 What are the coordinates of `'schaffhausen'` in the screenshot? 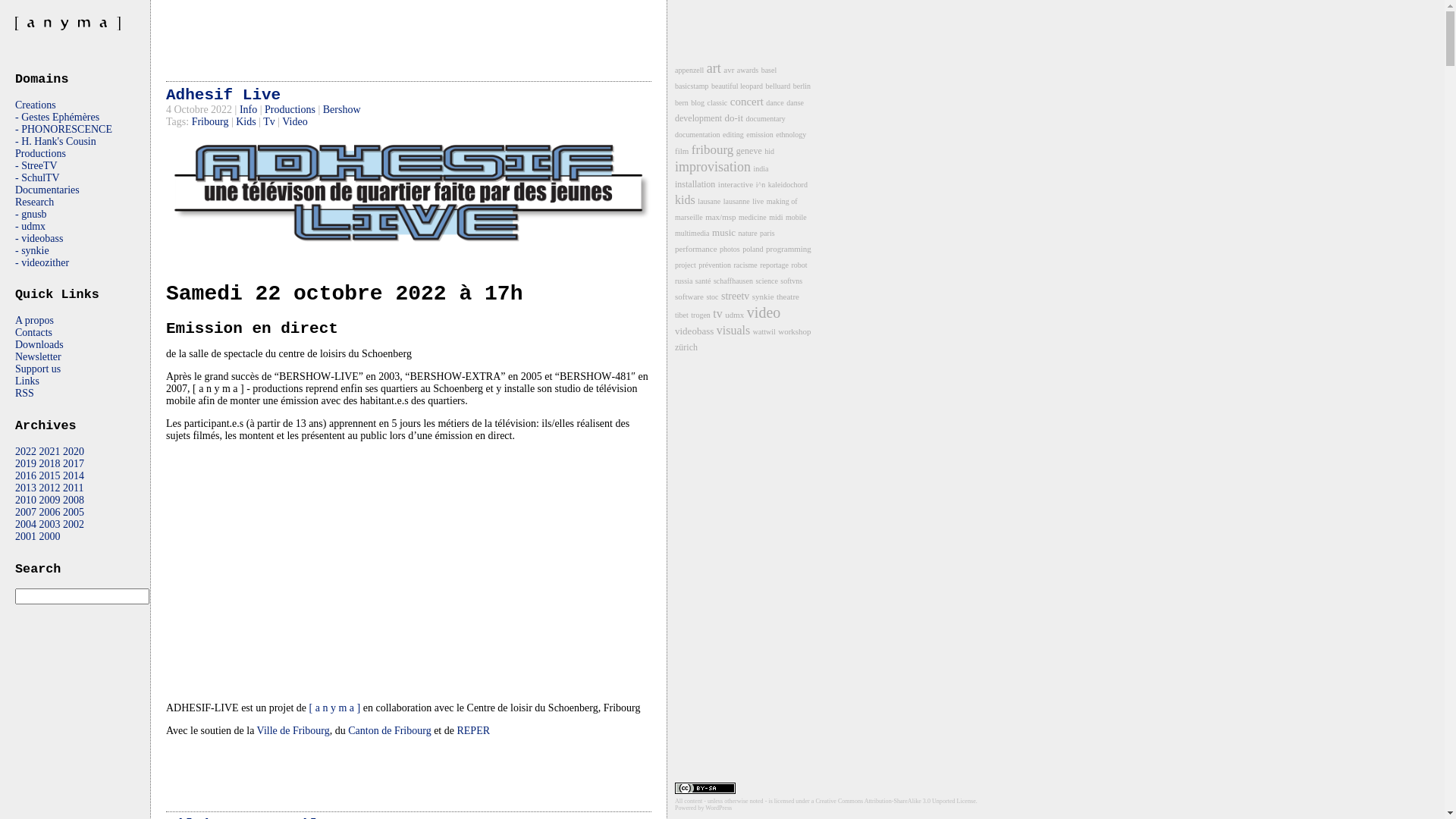 It's located at (733, 281).